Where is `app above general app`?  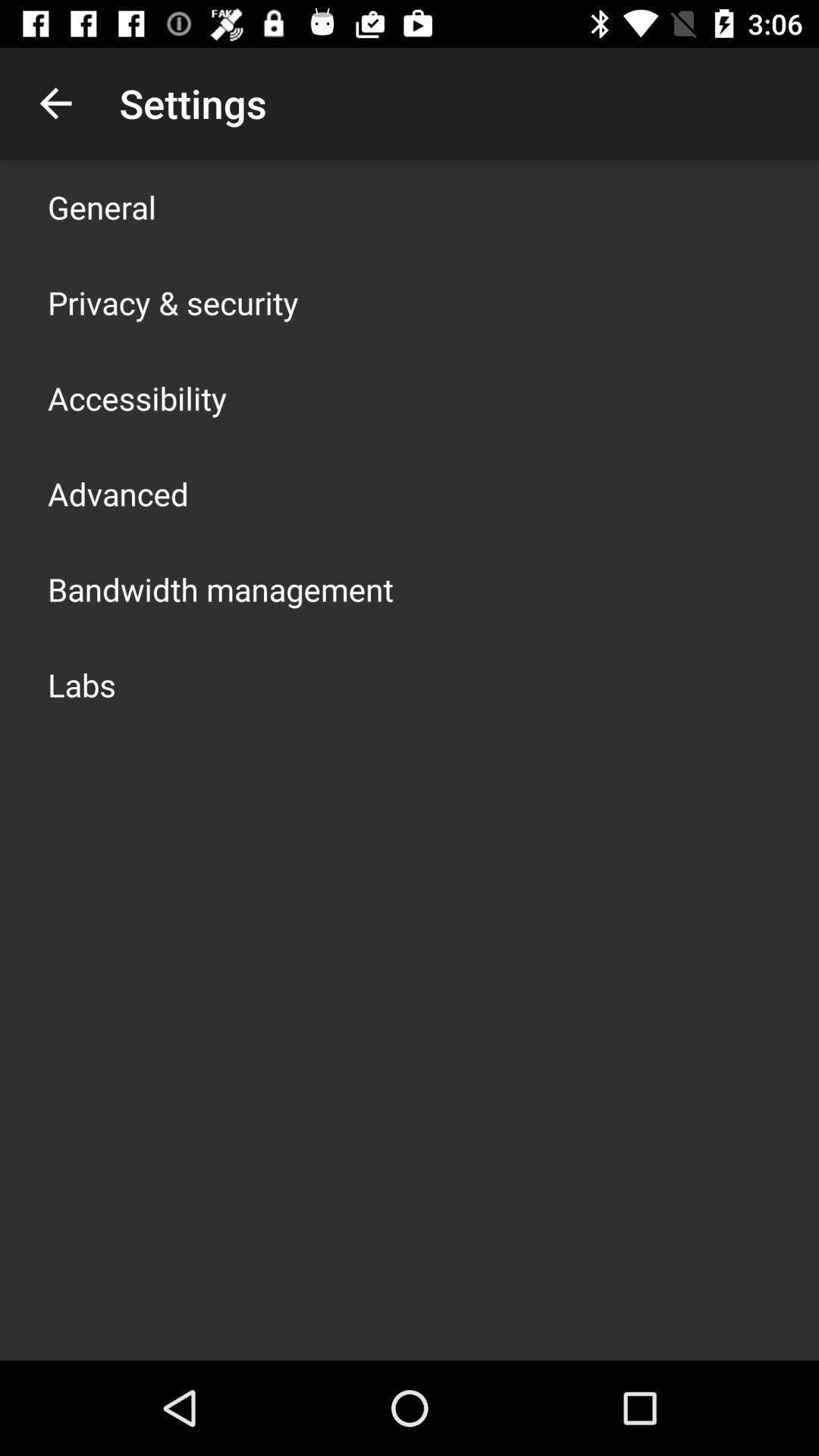
app above general app is located at coordinates (55, 102).